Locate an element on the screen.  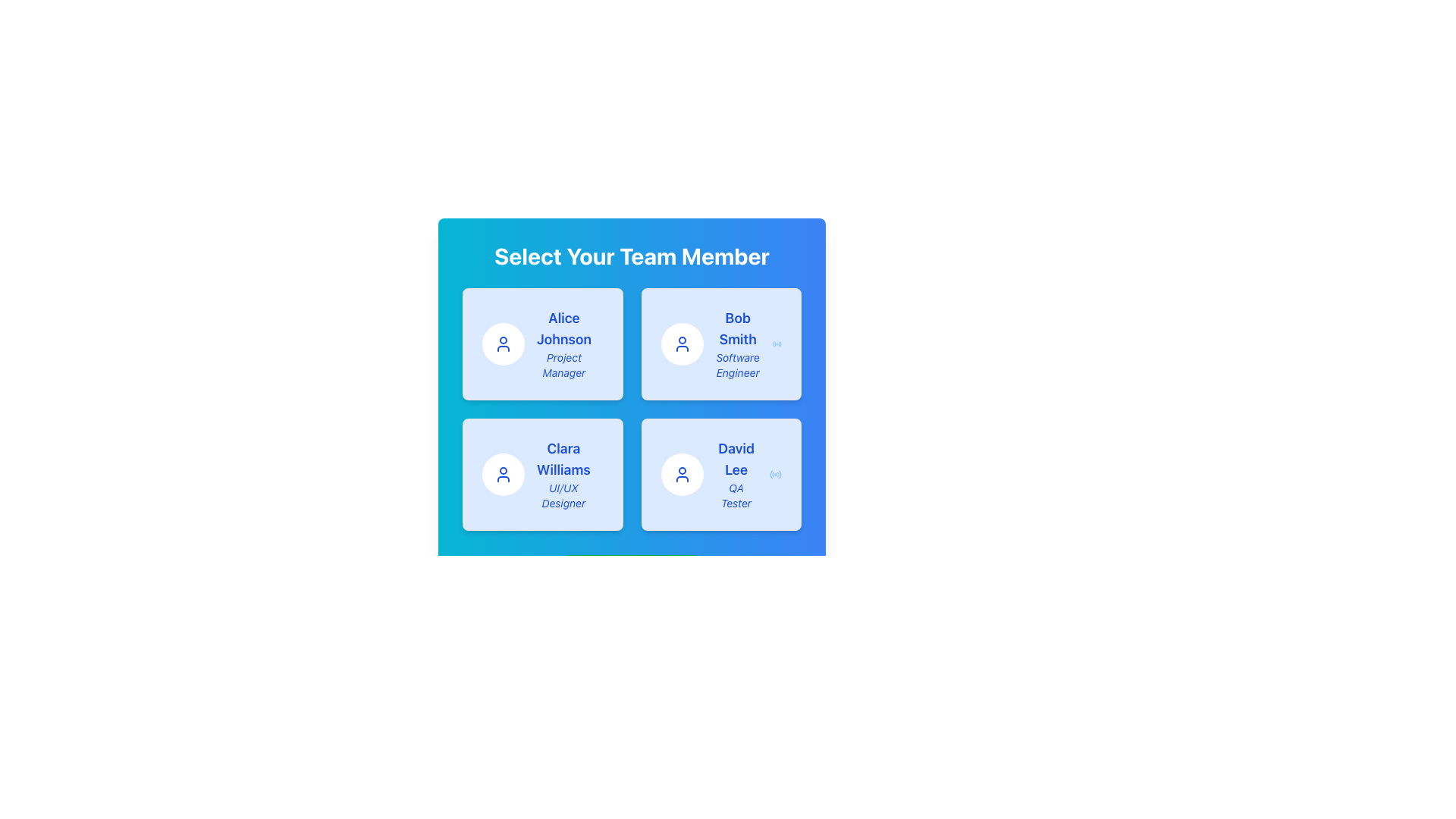
the user icon representing 'Bob Smith' located in the second card from the top-left in a grid layout, positioned to the left of the text content is located at coordinates (681, 344).